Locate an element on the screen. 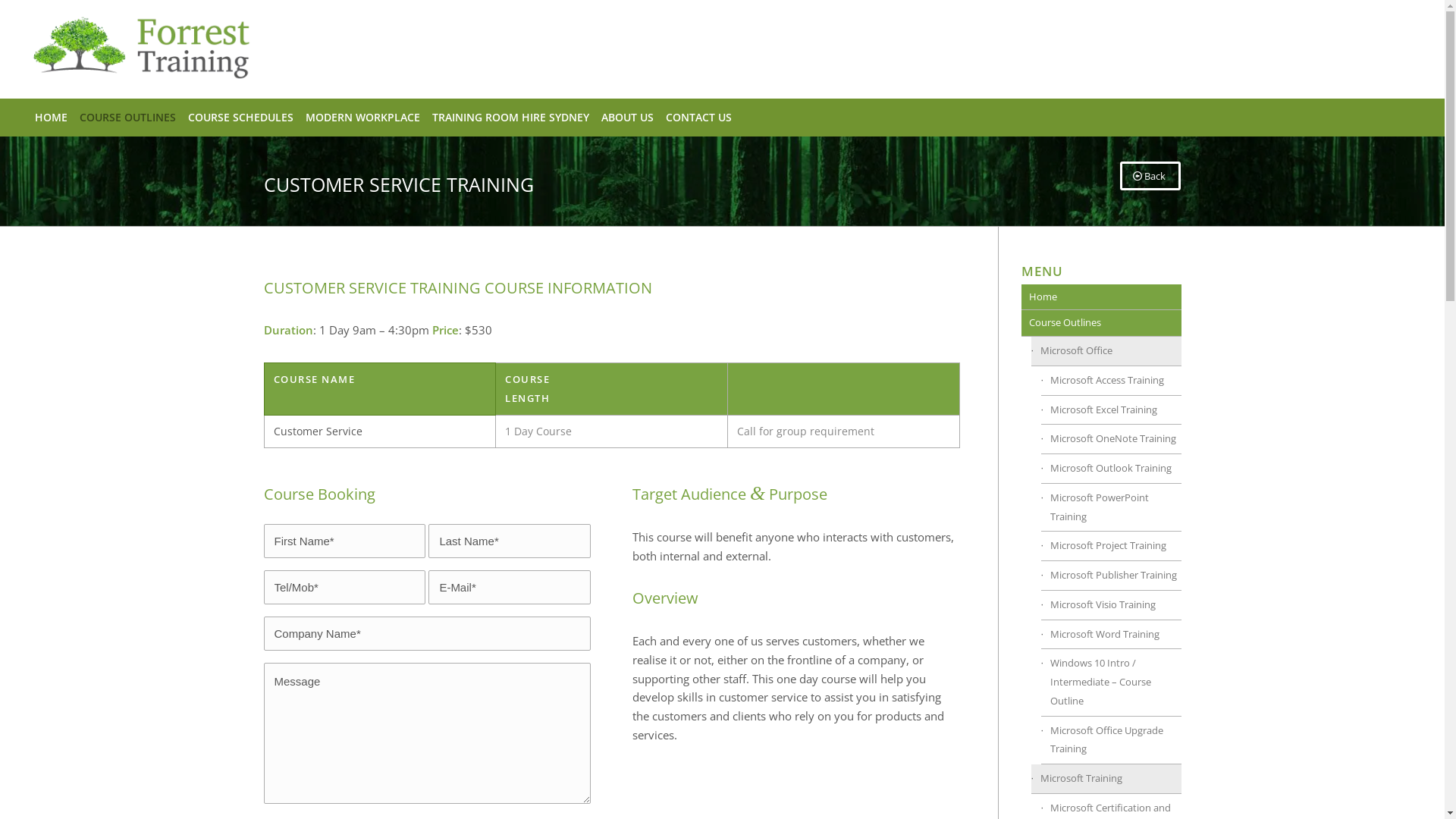  'Microsoft Office' is located at coordinates (1106, 351).